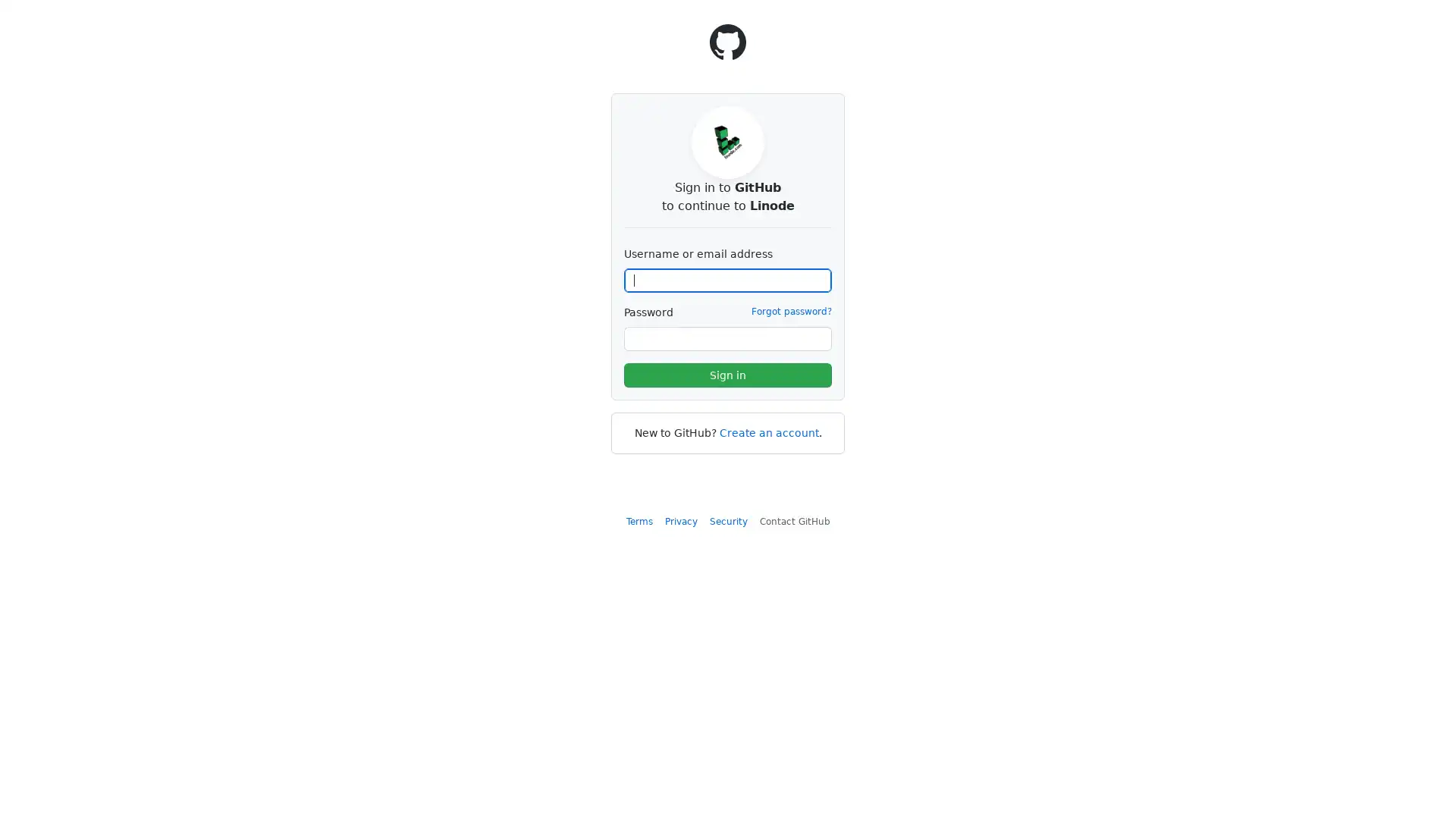  Describe the element at coordinates (728, 375) in the screenshot. I see `Sign in` at that location.